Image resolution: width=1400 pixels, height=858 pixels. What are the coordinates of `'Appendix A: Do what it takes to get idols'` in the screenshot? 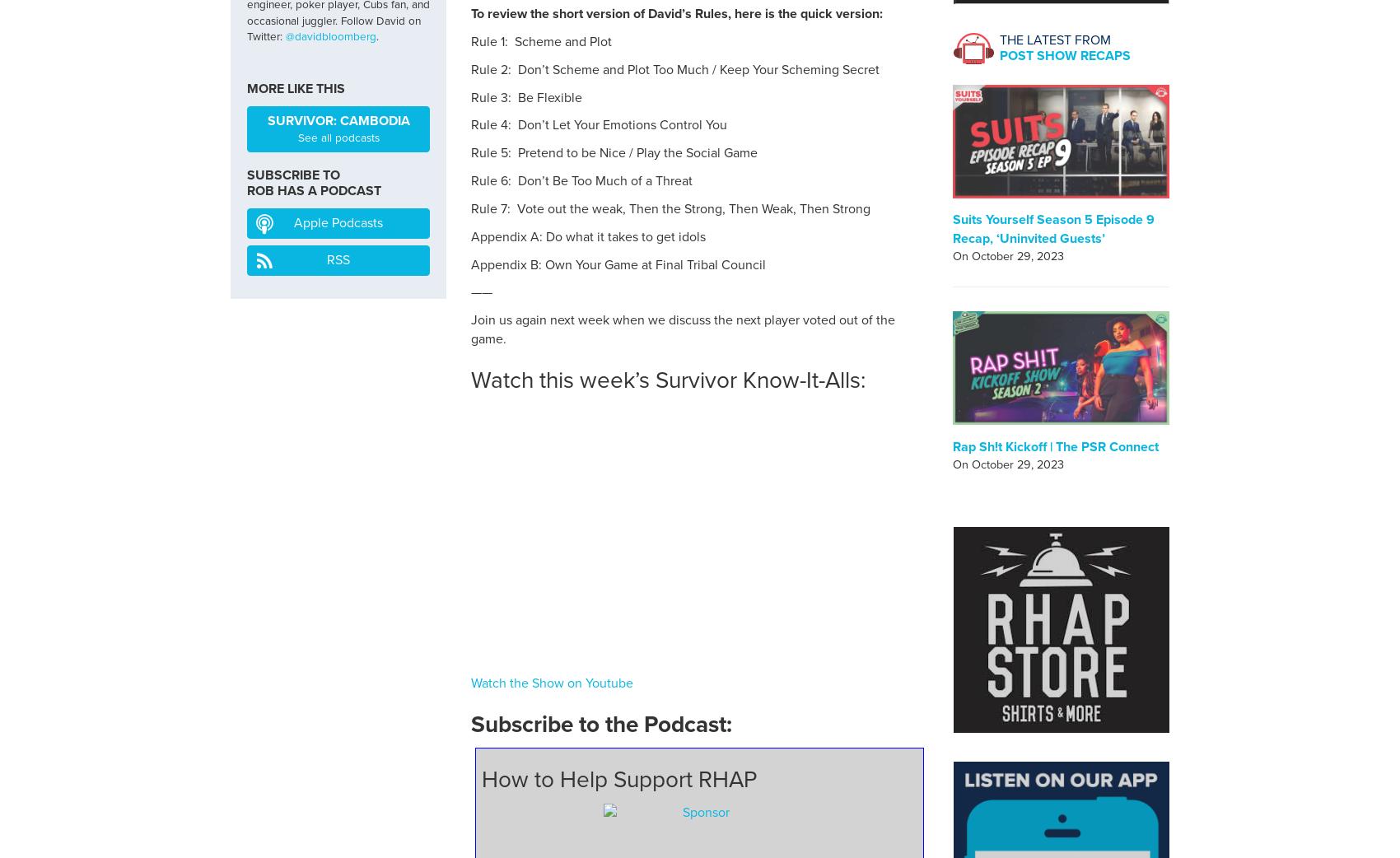 It's located at (588, 235).